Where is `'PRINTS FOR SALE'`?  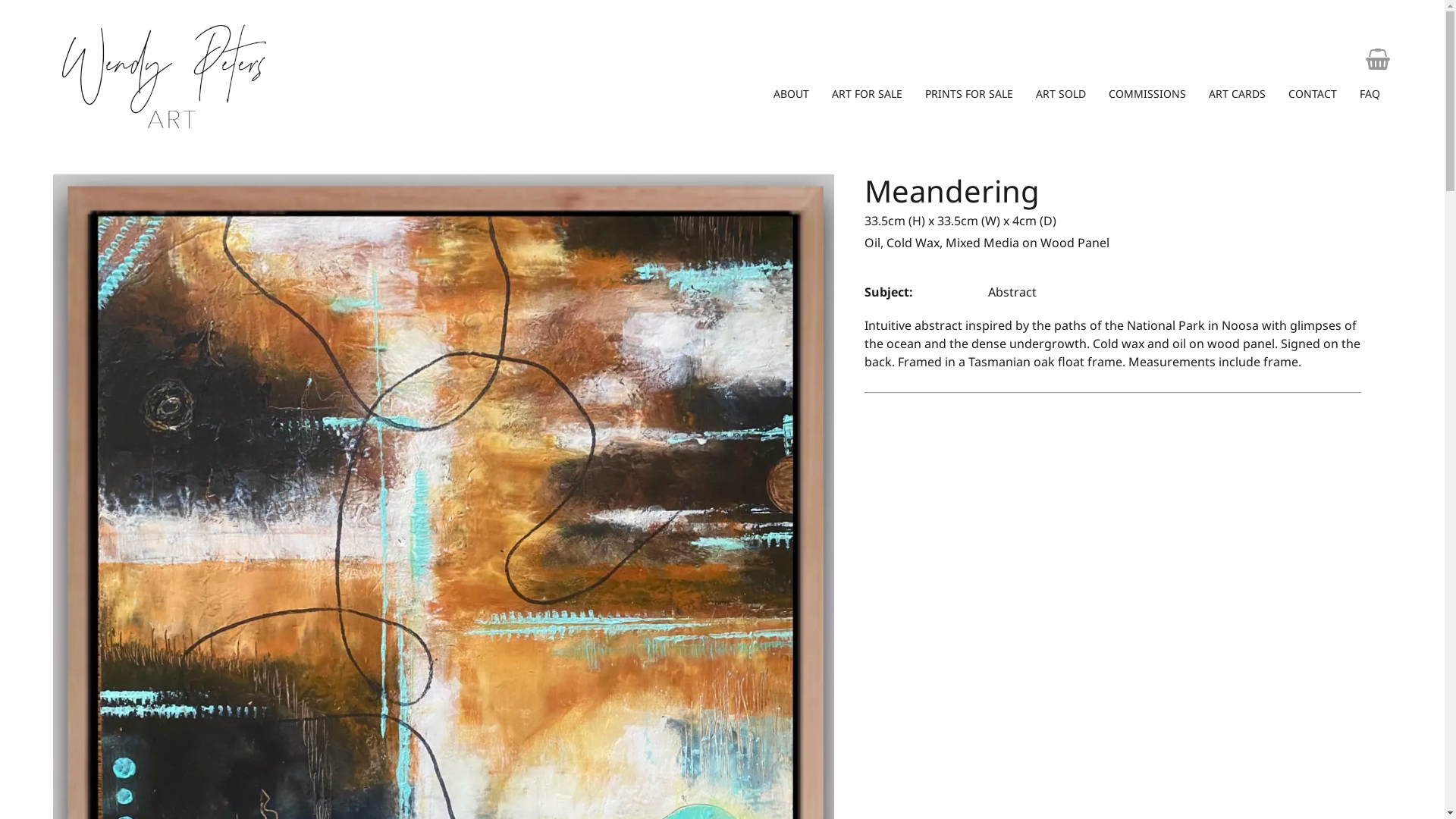 'PRINTS FOR SALE' is located at coordinates (912, 93).